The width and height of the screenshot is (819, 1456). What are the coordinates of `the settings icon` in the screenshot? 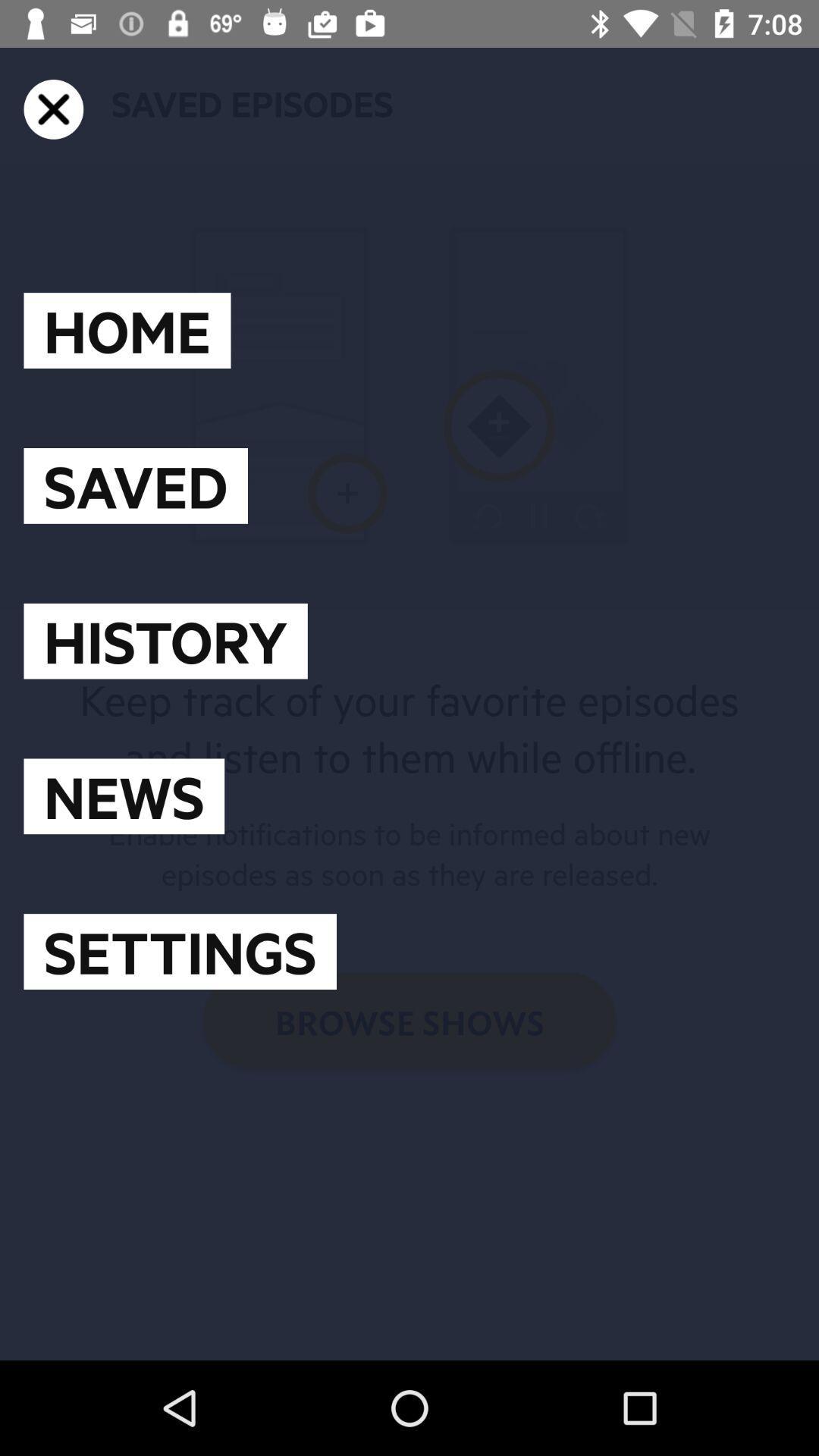 It's located at (179, 951).